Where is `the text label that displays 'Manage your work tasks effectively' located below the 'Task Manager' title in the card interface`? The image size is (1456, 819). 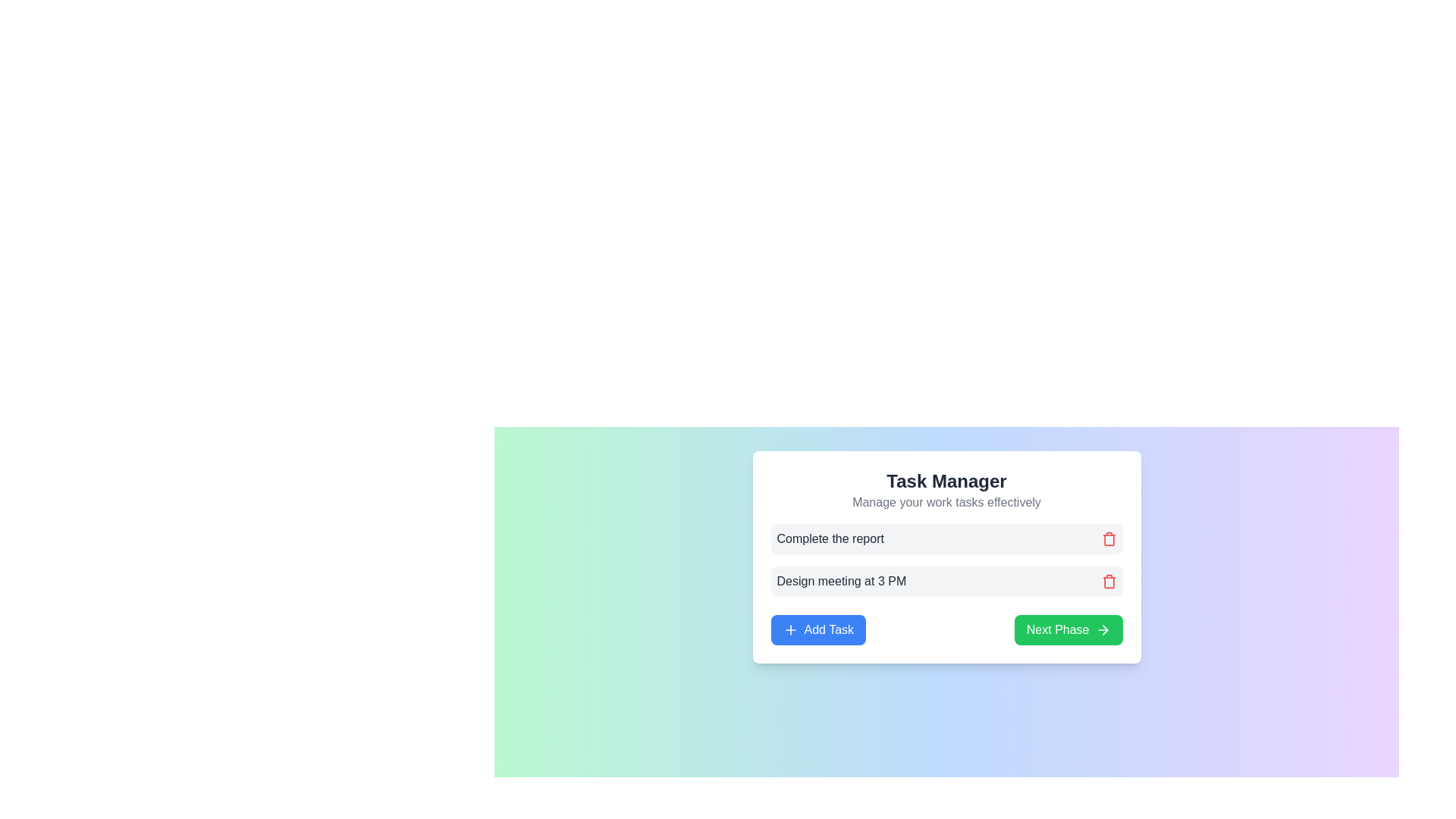
the text label that displays 'Manage your work tasks effectively' located below the 'Task Manager' title in the card interface is located at coordinates (946, 503).